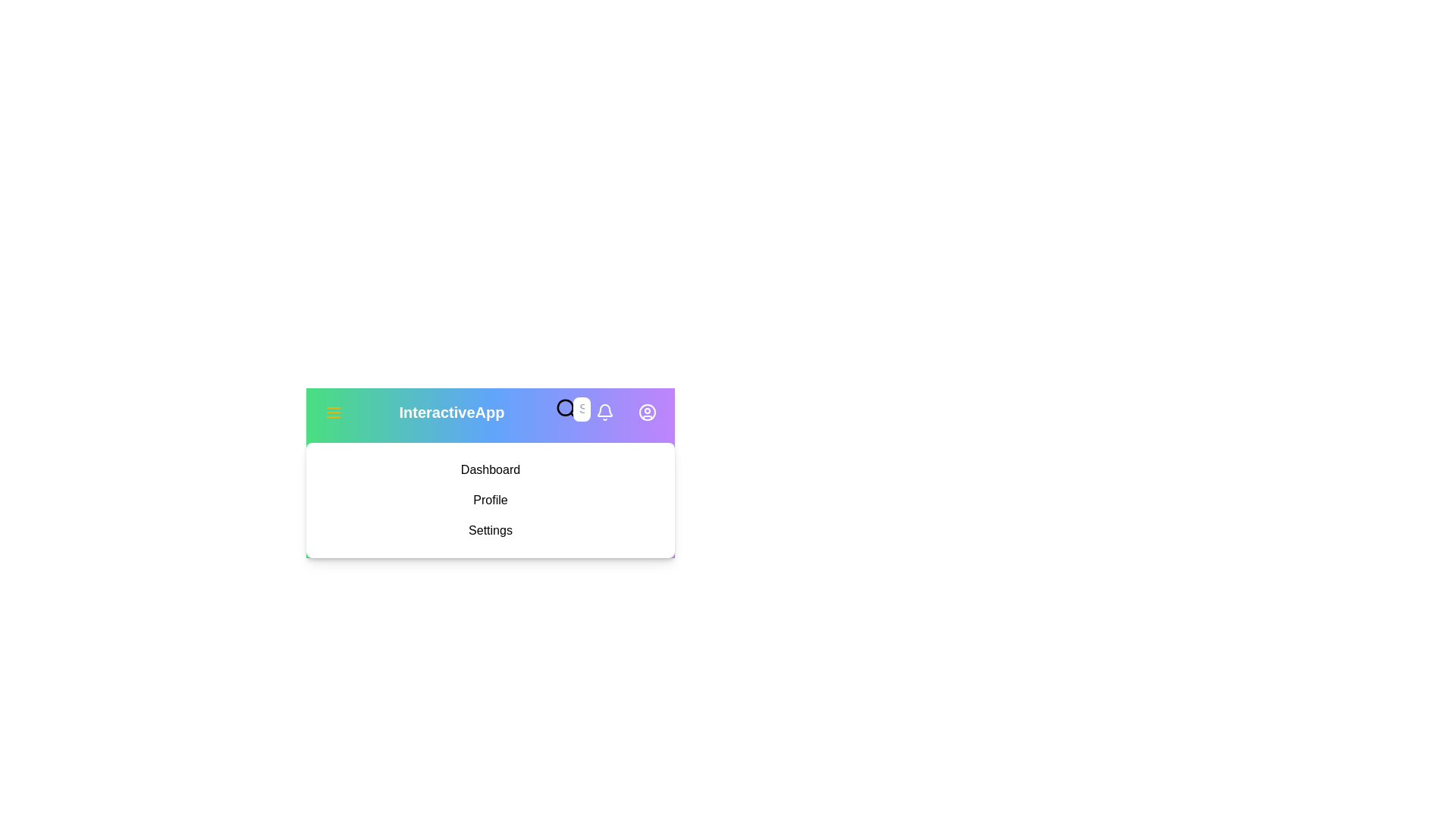  What do you see at coordinates (604, 412) in the screenshot?
I see `the notification bell icon` at bounding box center [604, 412].